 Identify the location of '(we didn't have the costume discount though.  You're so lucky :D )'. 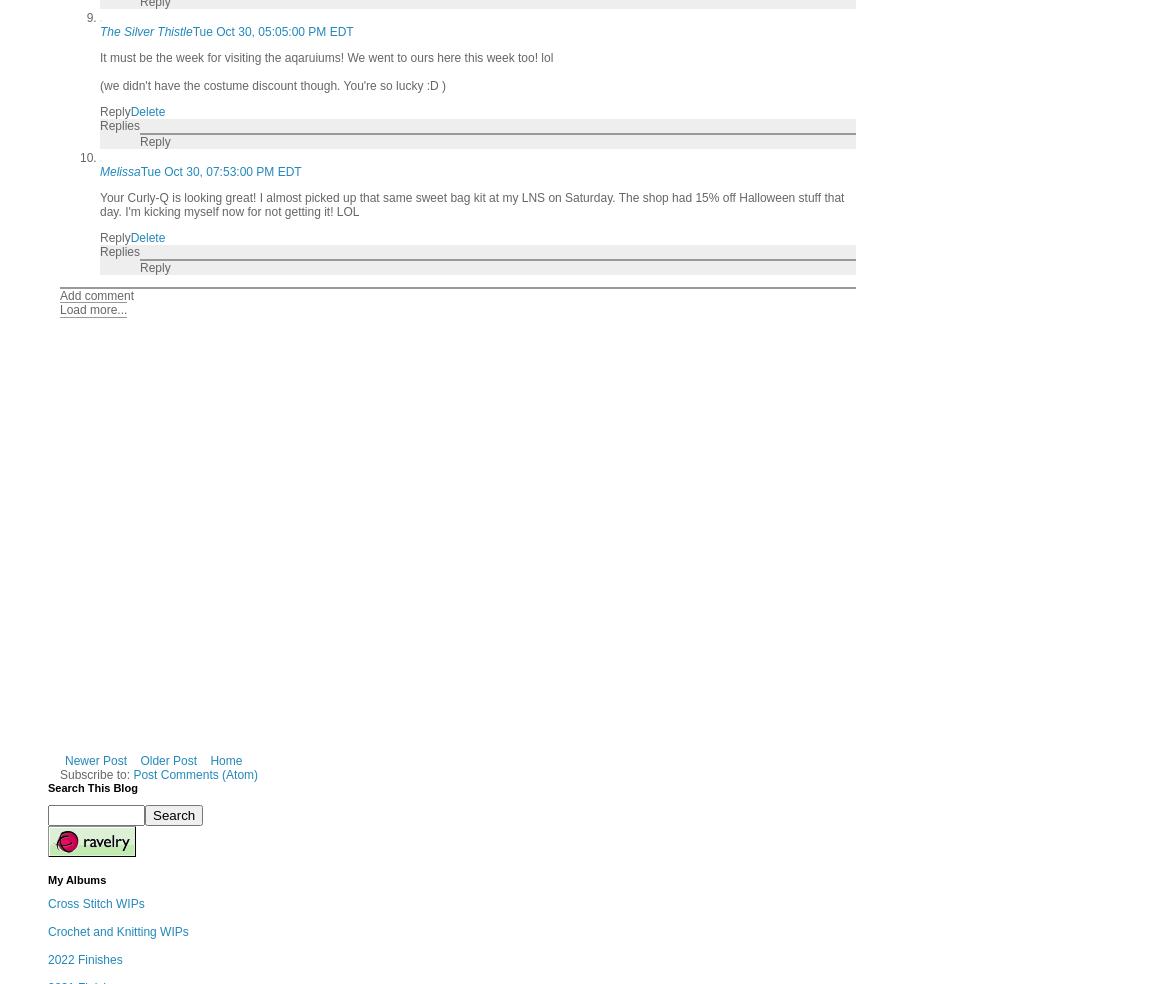
(272, 84).